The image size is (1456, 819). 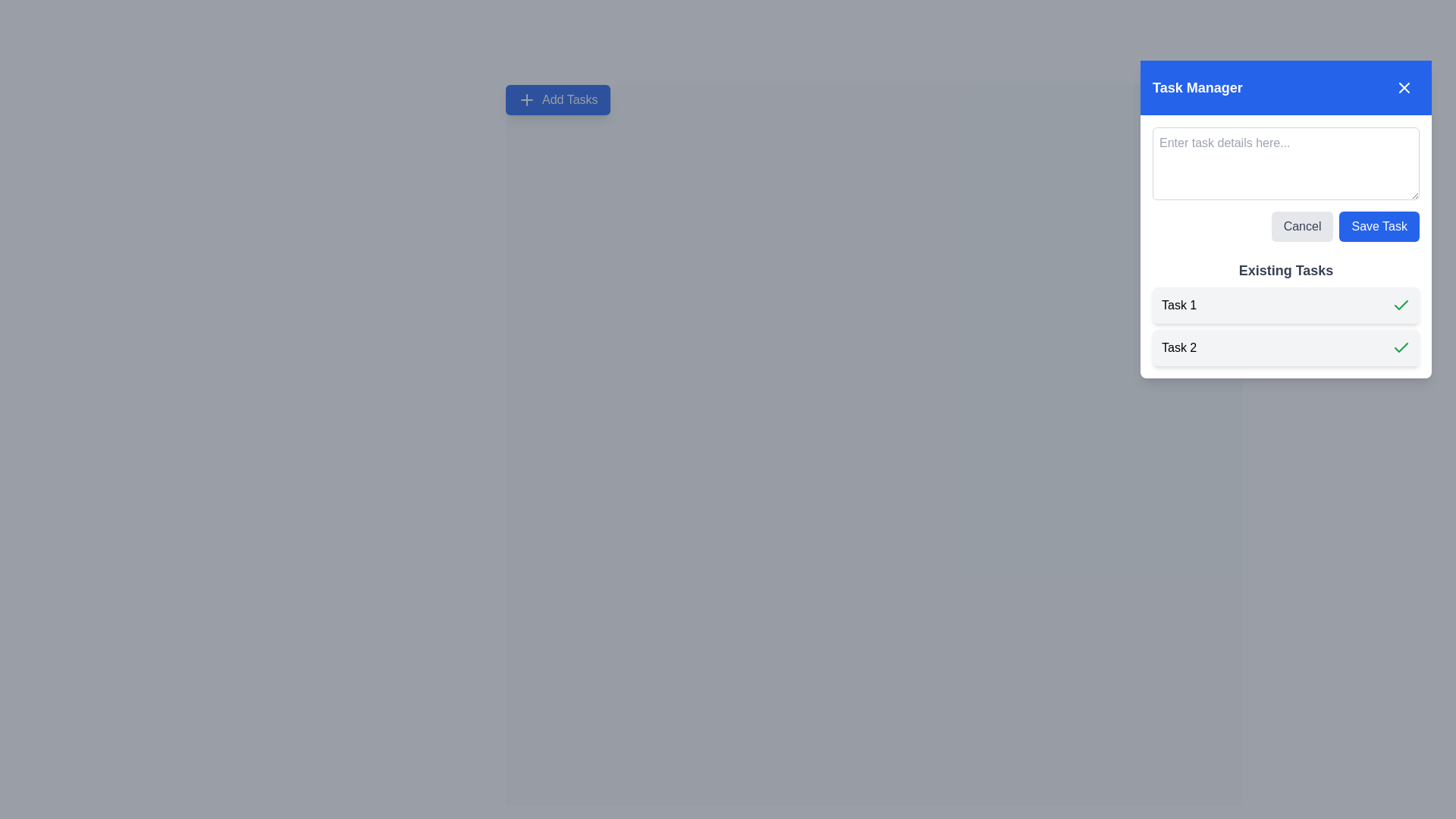 What do you see at coordinates (1197, 87) in the screenshot?
I see `the 'Task Manager' text label, which is a large, bold headline displayed in white on a blue background, positioned at the top-left of a panel and adjacent to a clickable icon` at bounding box center [1197, 87].